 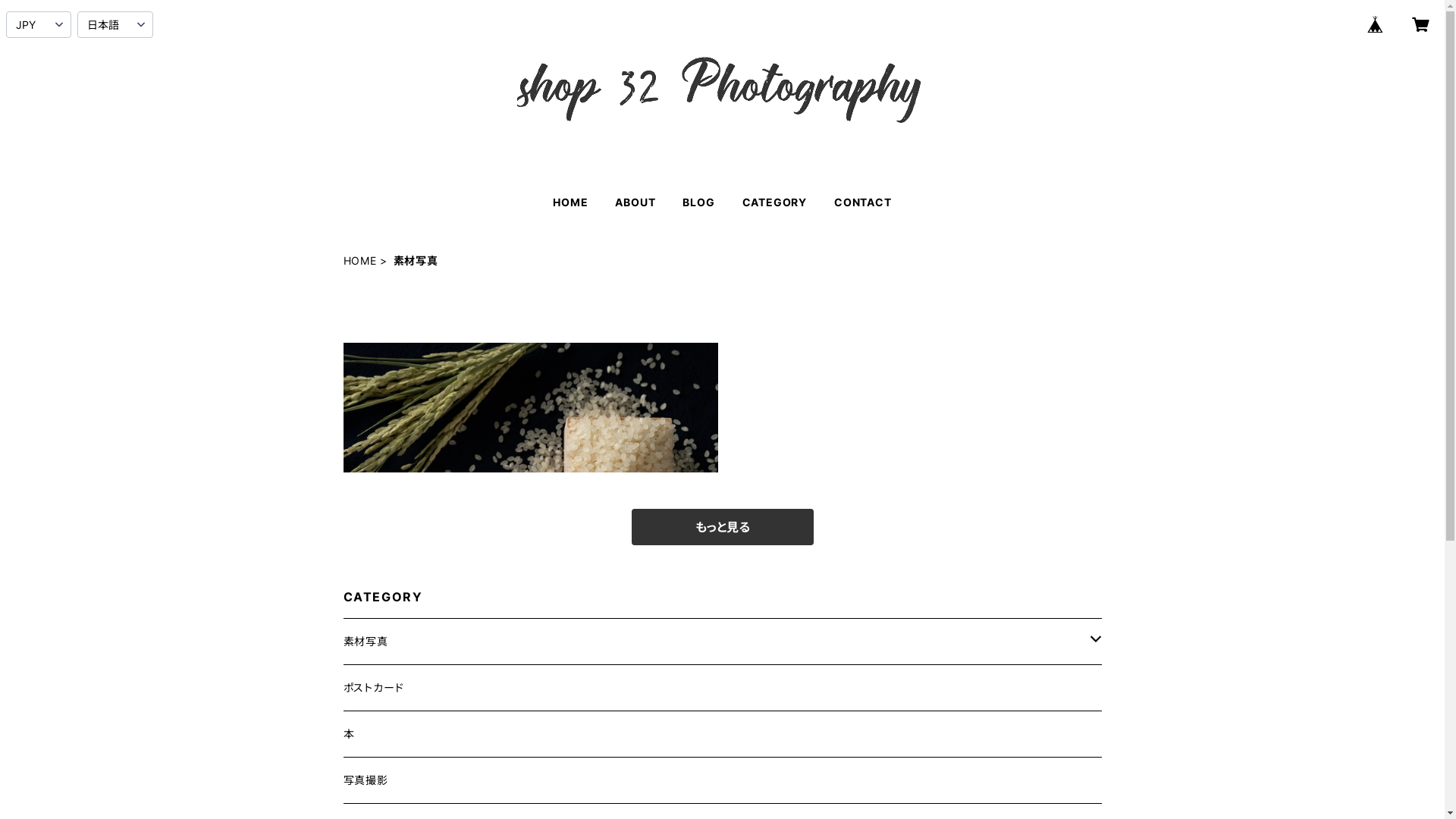 I want to click on 'CONTACT', so click(x=862, y=201).